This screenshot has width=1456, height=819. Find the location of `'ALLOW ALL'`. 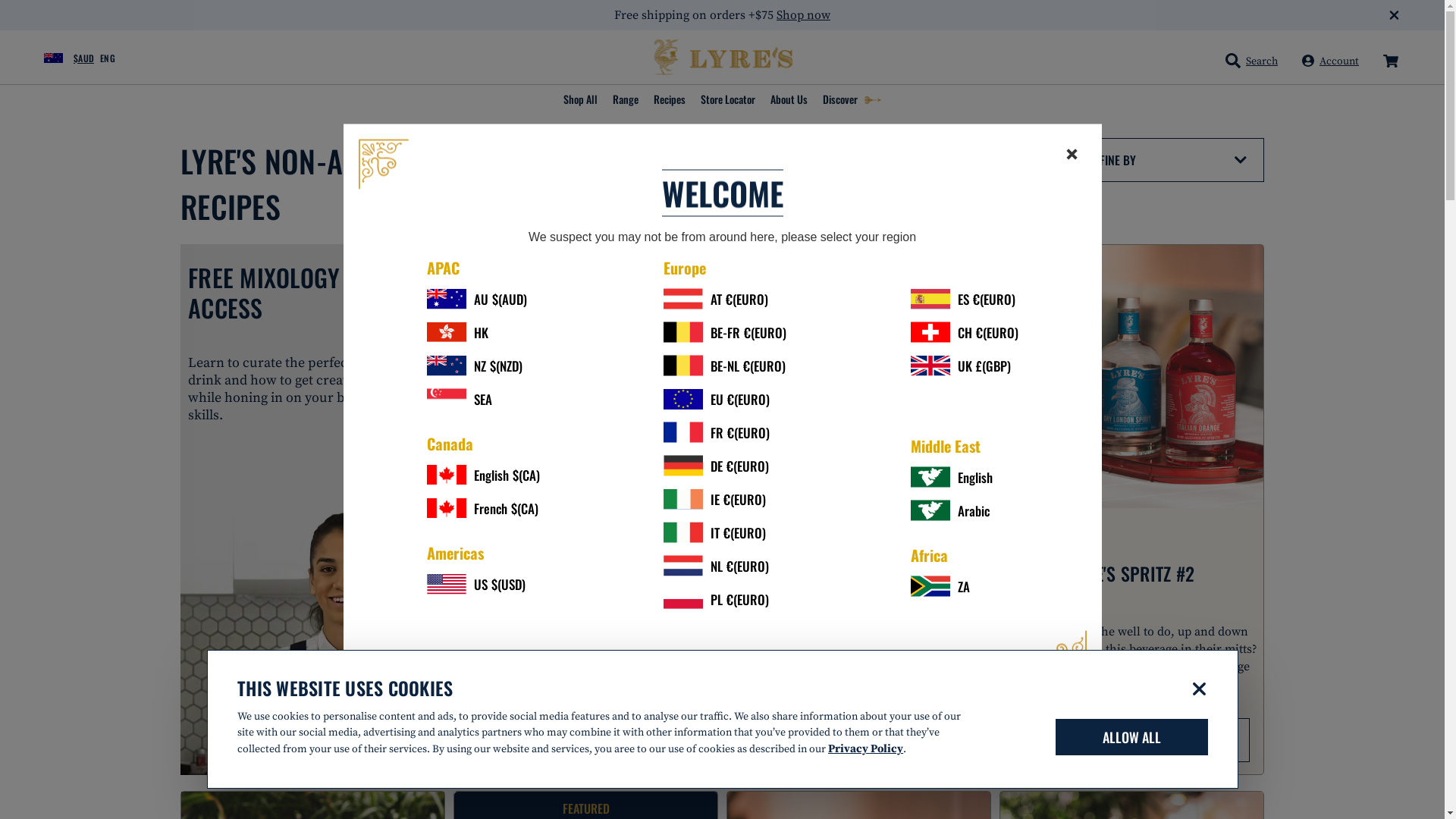

'ALLOW ALL' is located at coordinates (1053, 736).